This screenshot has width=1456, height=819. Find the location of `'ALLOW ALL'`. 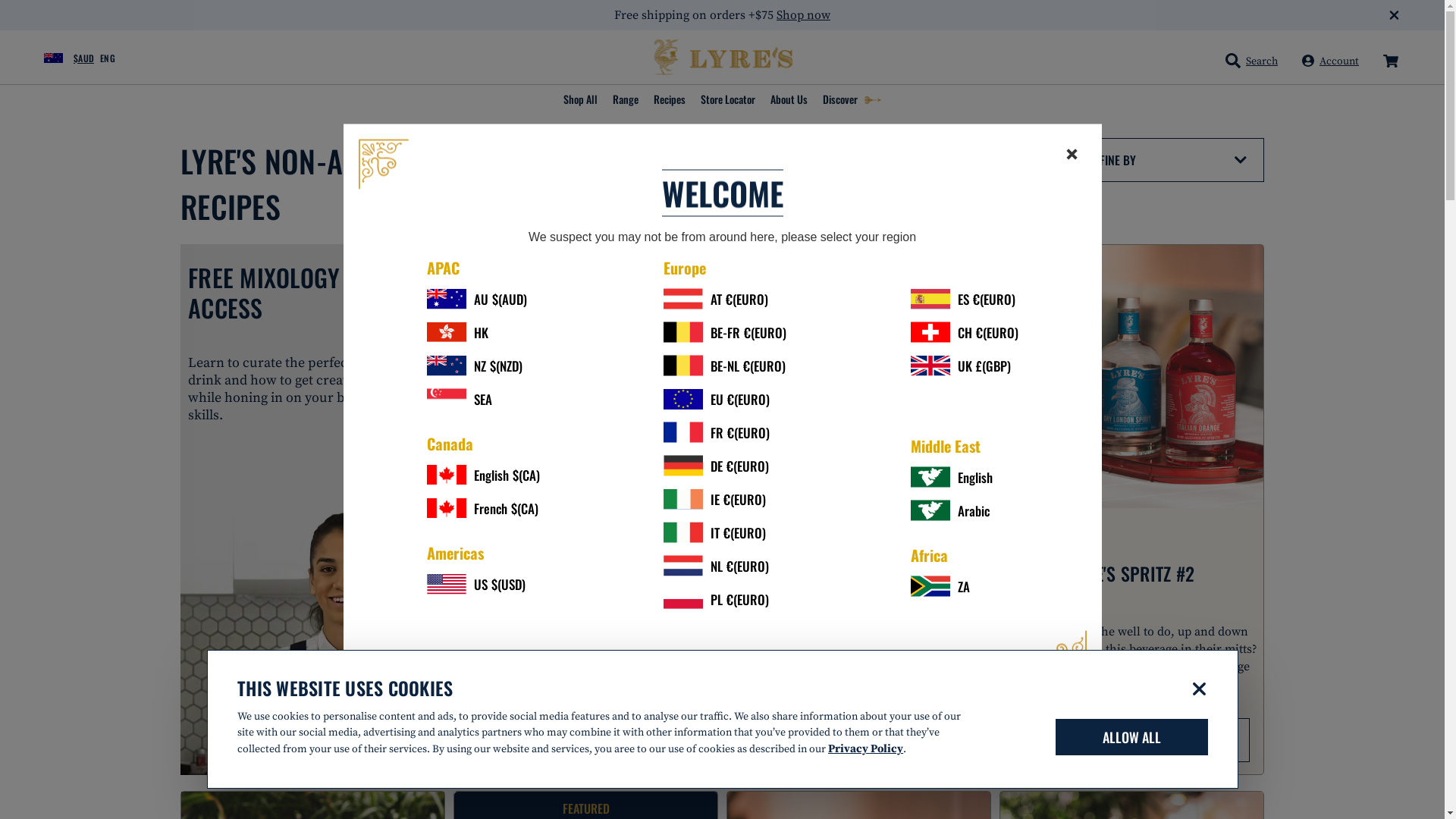

'ALLOW ALL' is located at coordinates (1053, 736).